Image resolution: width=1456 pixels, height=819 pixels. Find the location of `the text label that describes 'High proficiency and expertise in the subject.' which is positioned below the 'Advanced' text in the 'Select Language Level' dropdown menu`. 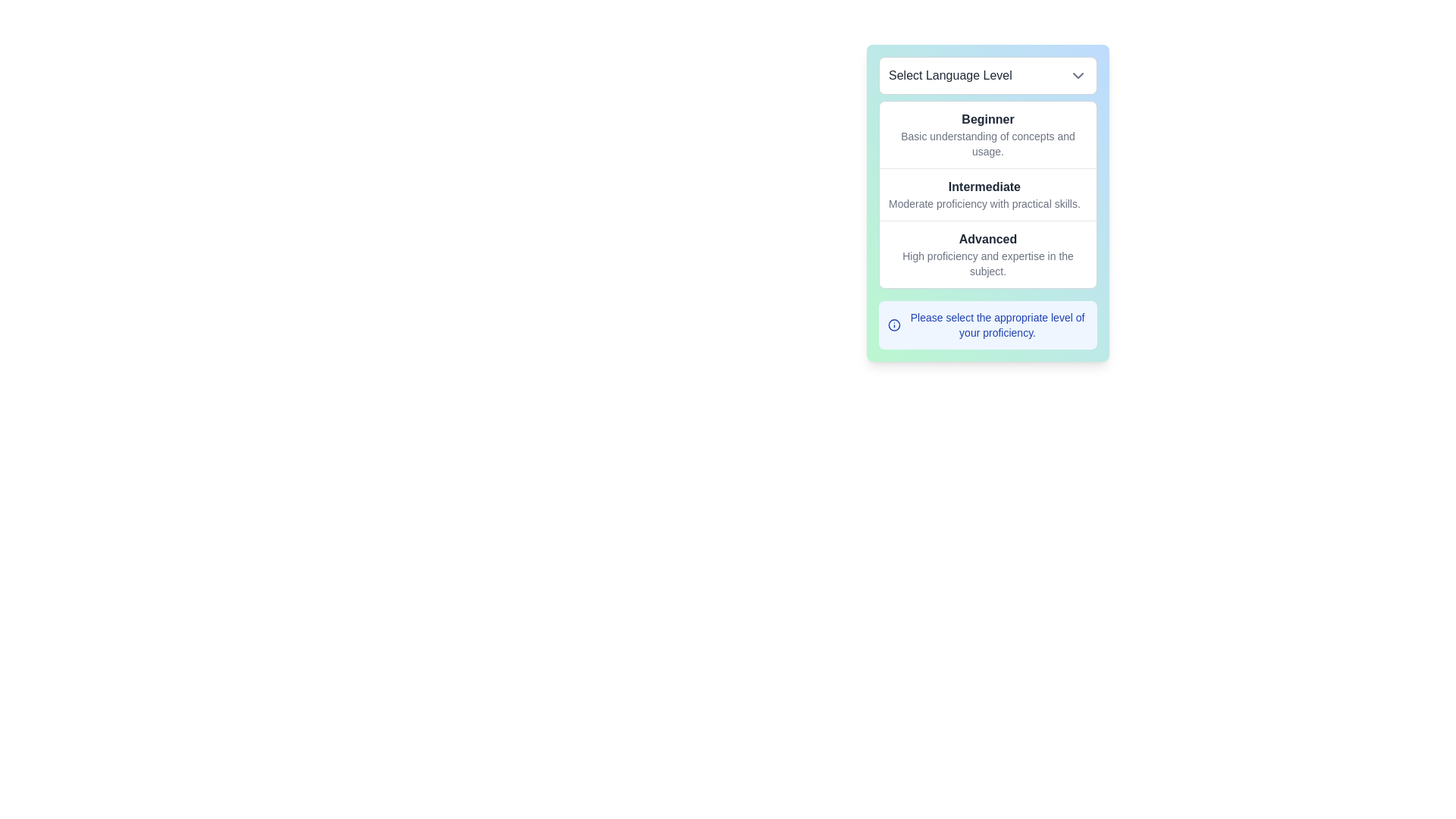

the text label that describes 'High proficiency and expertise in the subject.' which is positioned below the 'Advanced' text in the 'Select Language Level' dropdown menu is located at coordinates (987, 262).